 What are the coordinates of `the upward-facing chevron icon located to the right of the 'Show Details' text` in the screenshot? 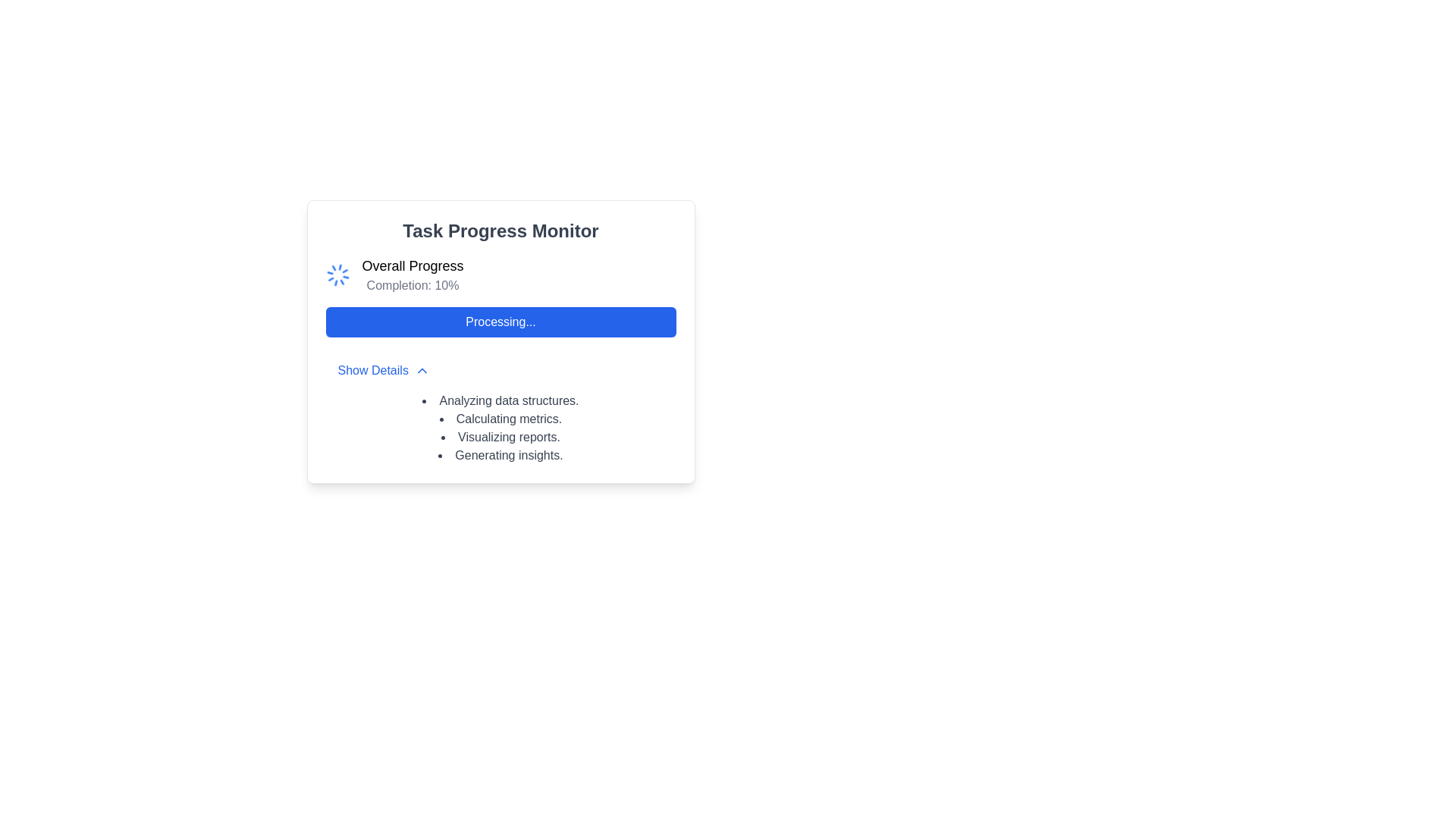 It's located at (422, 371).